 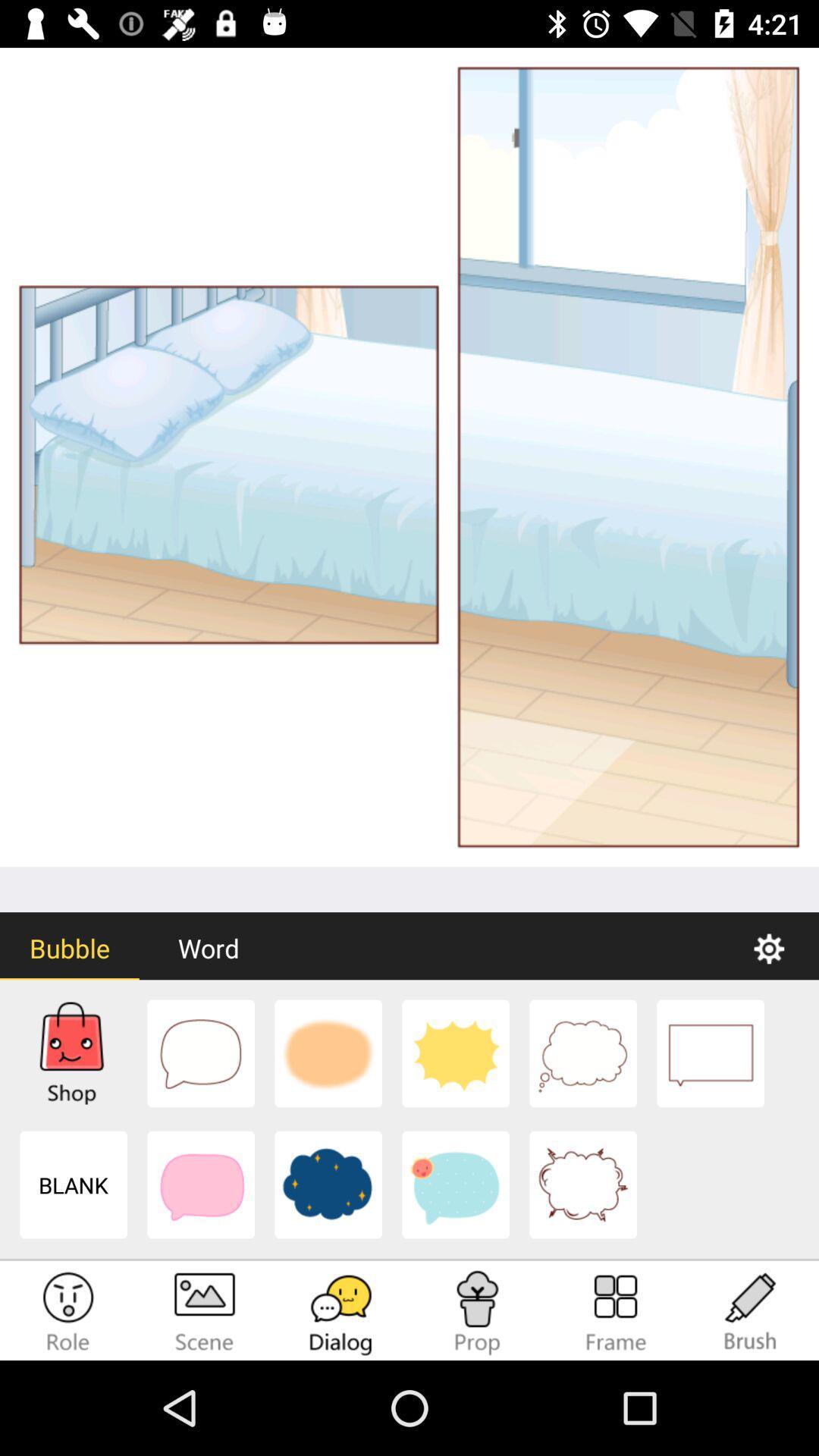 I want to click on 3rd picture at the bottom, so click(x=327, y=1053).